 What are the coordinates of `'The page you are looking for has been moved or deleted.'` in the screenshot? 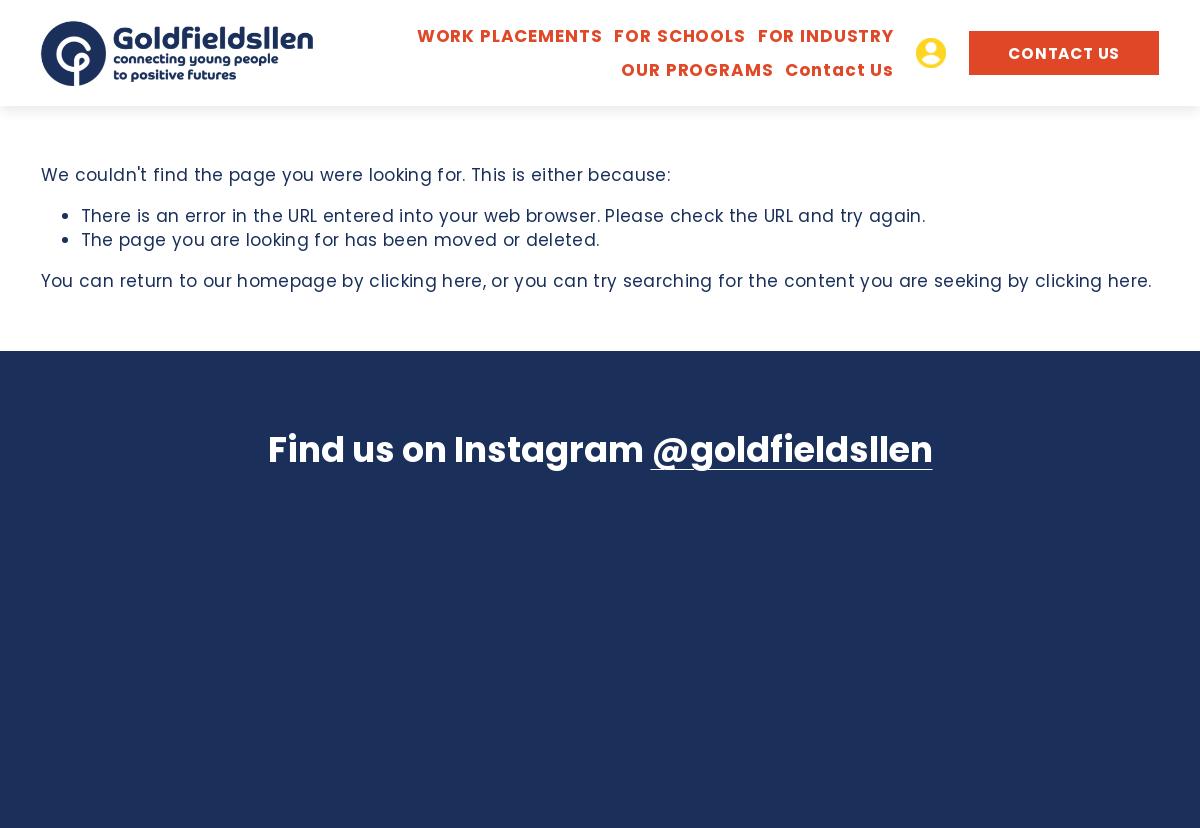 It's located at (339, 238).